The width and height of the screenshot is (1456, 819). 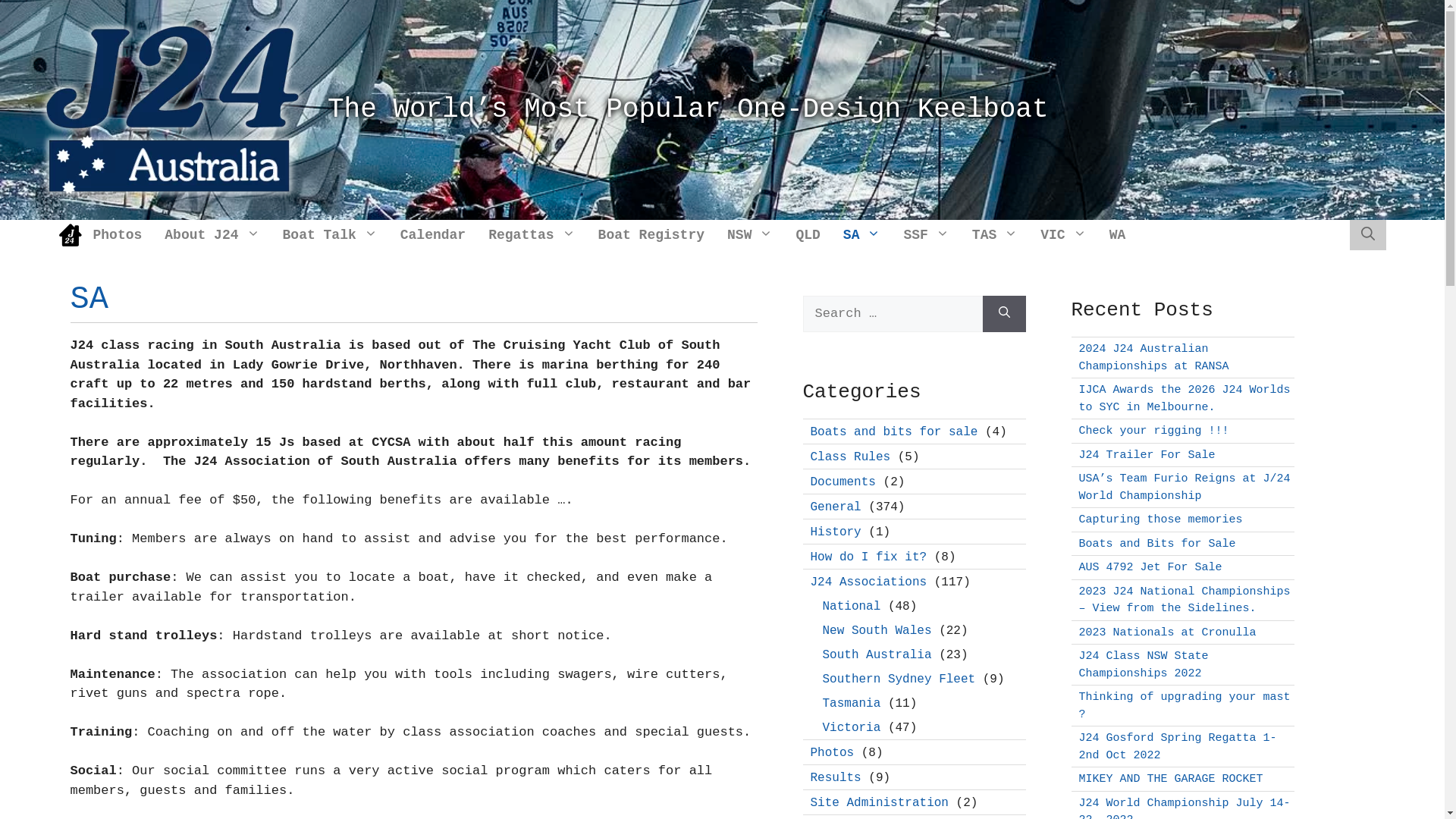 What do you see at coordinates (877, 654) in the screenshot?
I see `'South Australia'` at bounding box center [877, 654].